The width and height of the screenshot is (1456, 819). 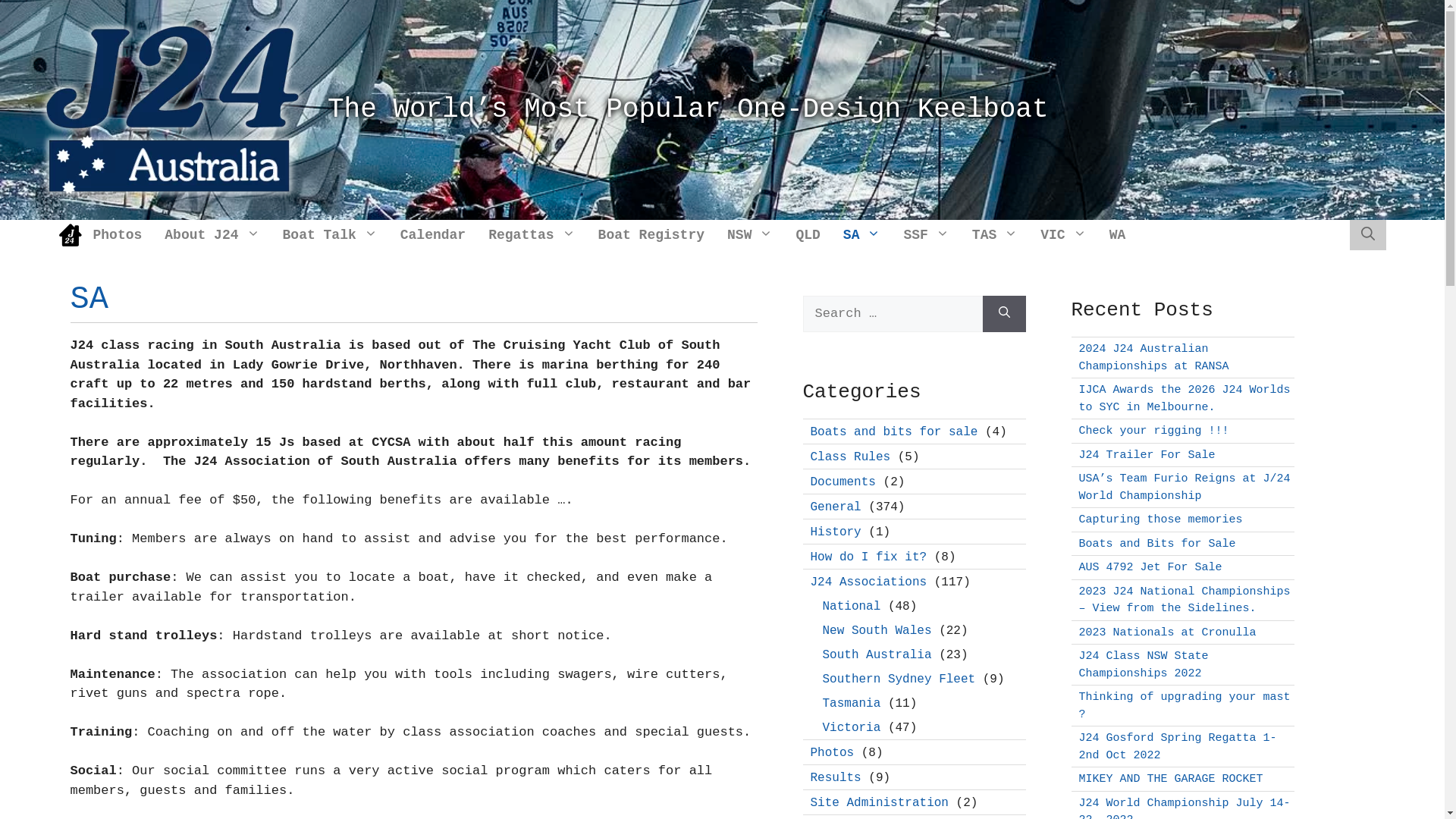 What do you see at coordinates (877, 654) in the screenshot?
I see `'South Australia'` at bounding box center [877, 654].